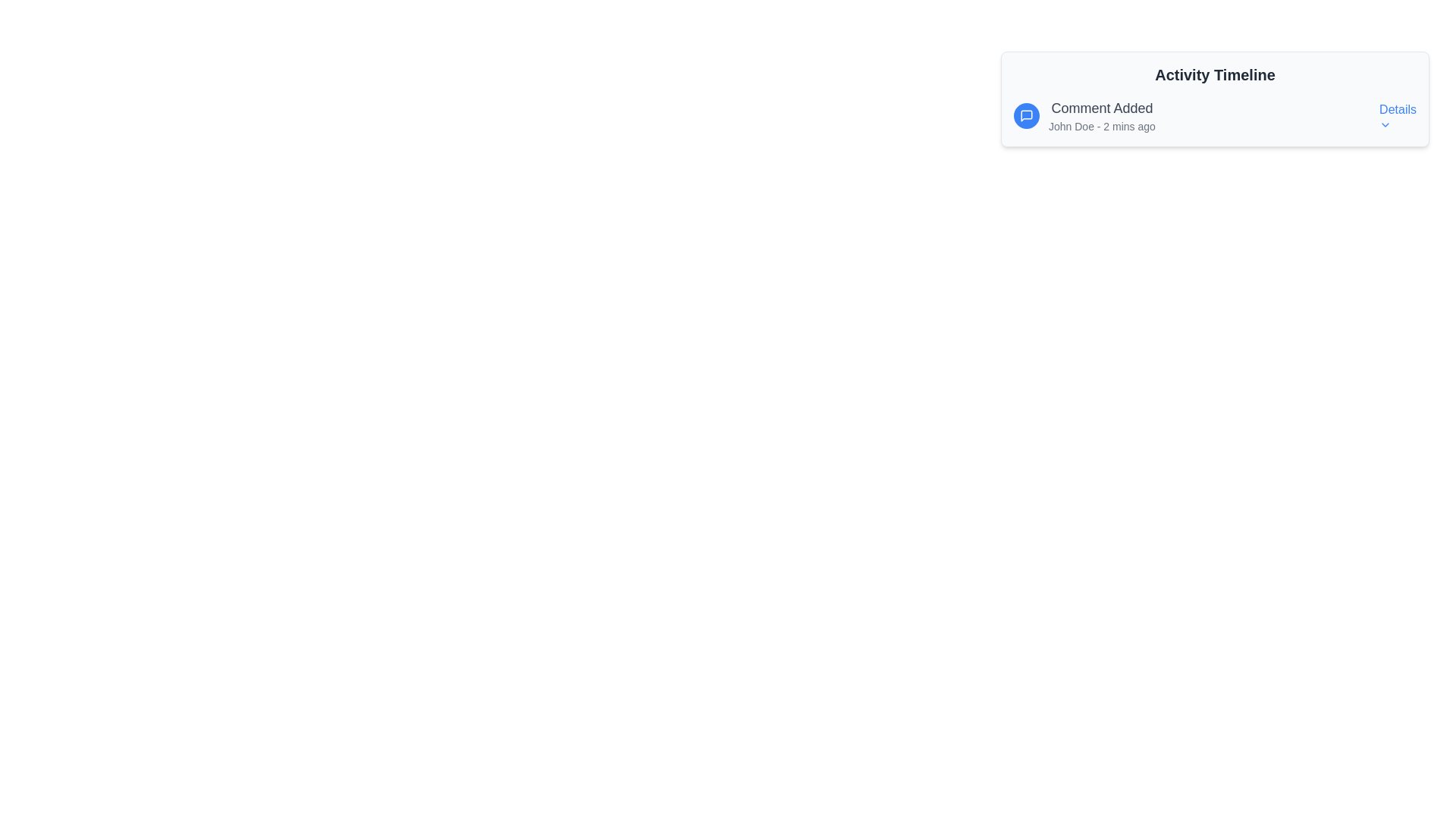  What do you see at coordinates (1026, 115) in the screenshot?
I see `the circular blue button with a white chat bubble icon to interact with the comment icon` at bounding box center [1026, 115].